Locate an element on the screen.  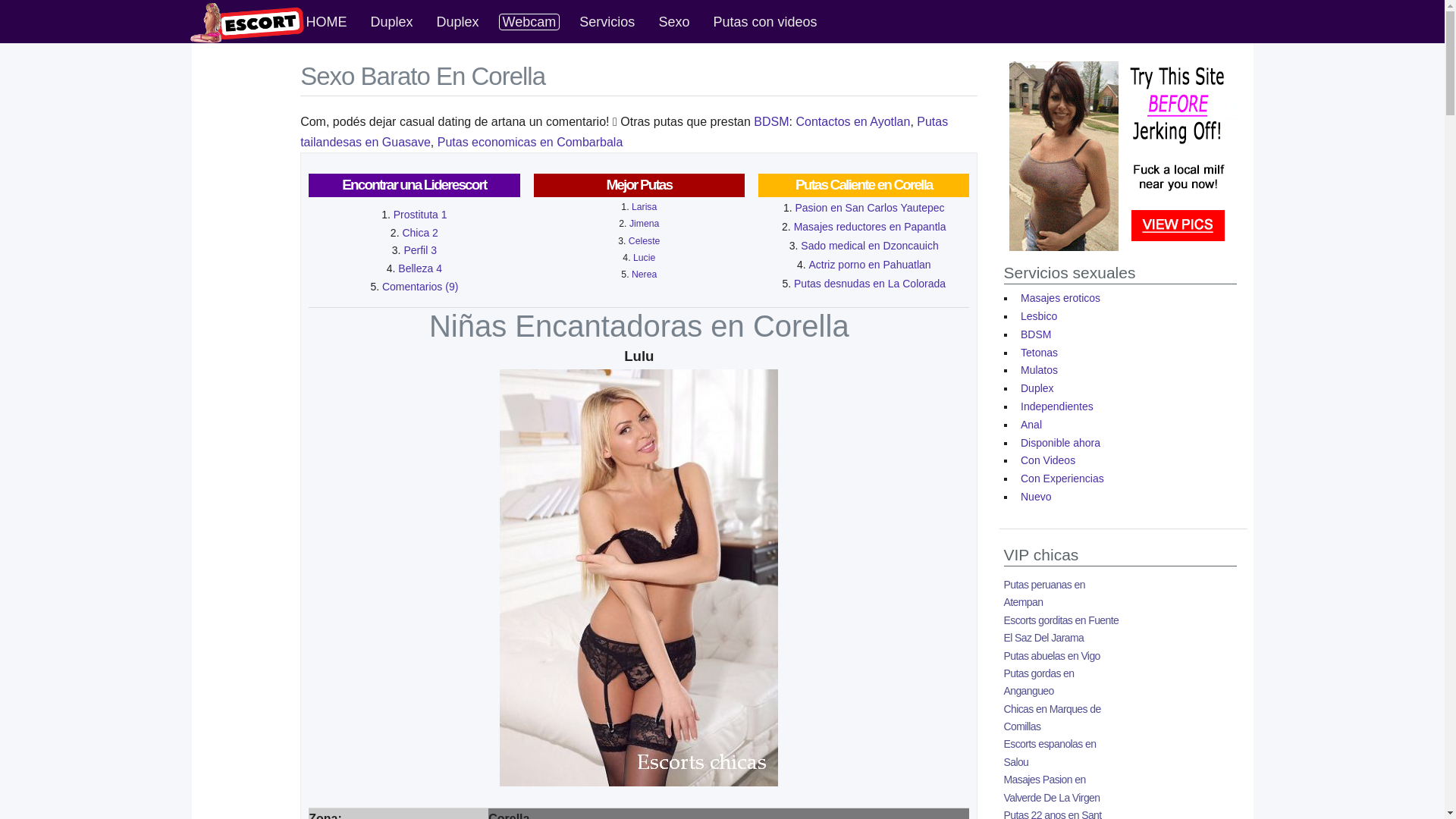
'Prostituta 1' is located at coordinates (420, 214).